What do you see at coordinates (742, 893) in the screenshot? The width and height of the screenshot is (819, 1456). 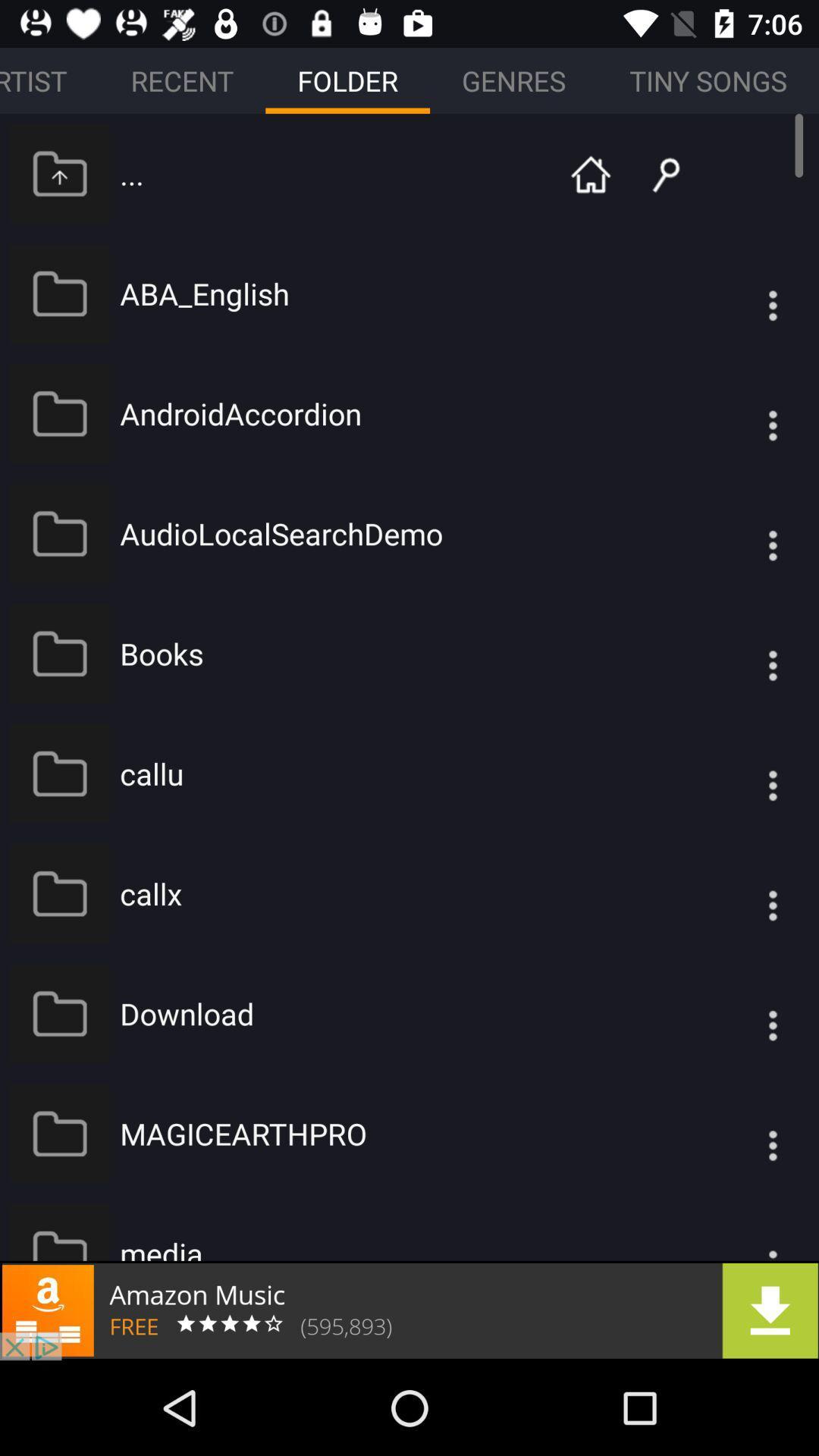 I see `autoplay option` at bounding box center [742, 893].